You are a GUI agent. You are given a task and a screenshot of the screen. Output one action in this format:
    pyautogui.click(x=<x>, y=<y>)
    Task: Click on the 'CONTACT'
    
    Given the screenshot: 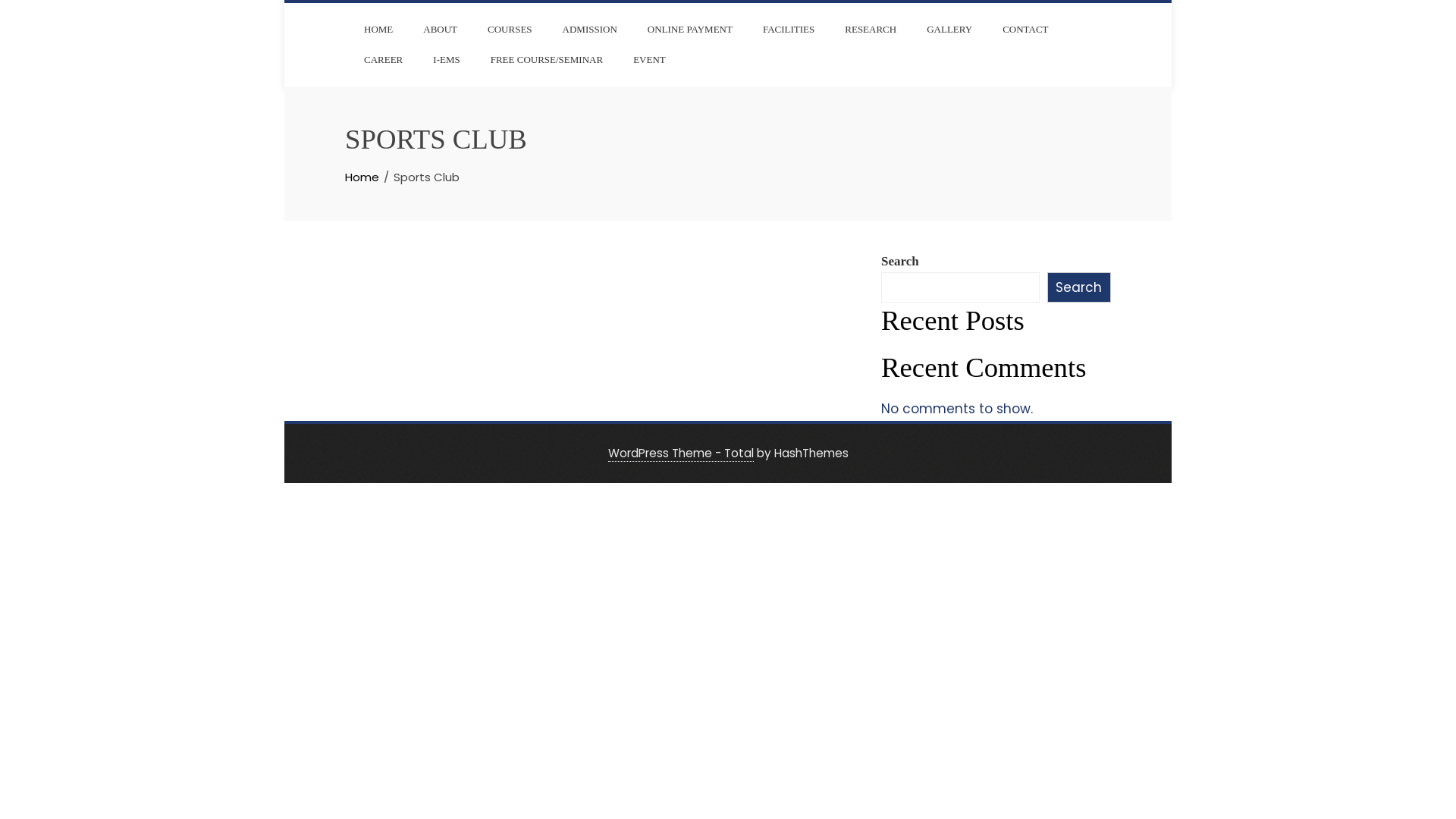 What is the action you would take?
    pyautogui.click(x=990, y=29)
    